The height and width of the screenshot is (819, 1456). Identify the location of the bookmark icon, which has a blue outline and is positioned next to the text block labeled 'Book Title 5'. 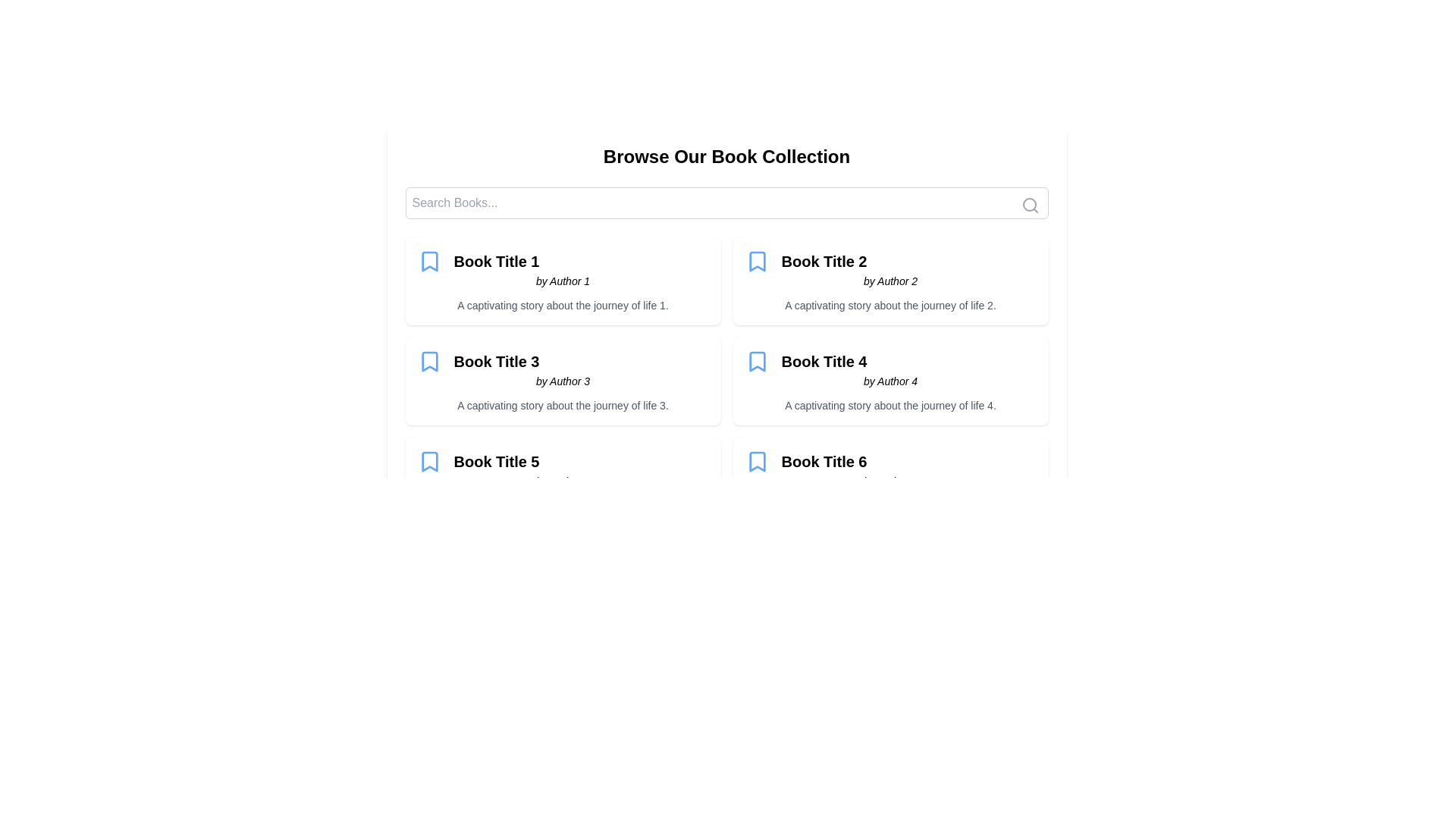
(428, 461).